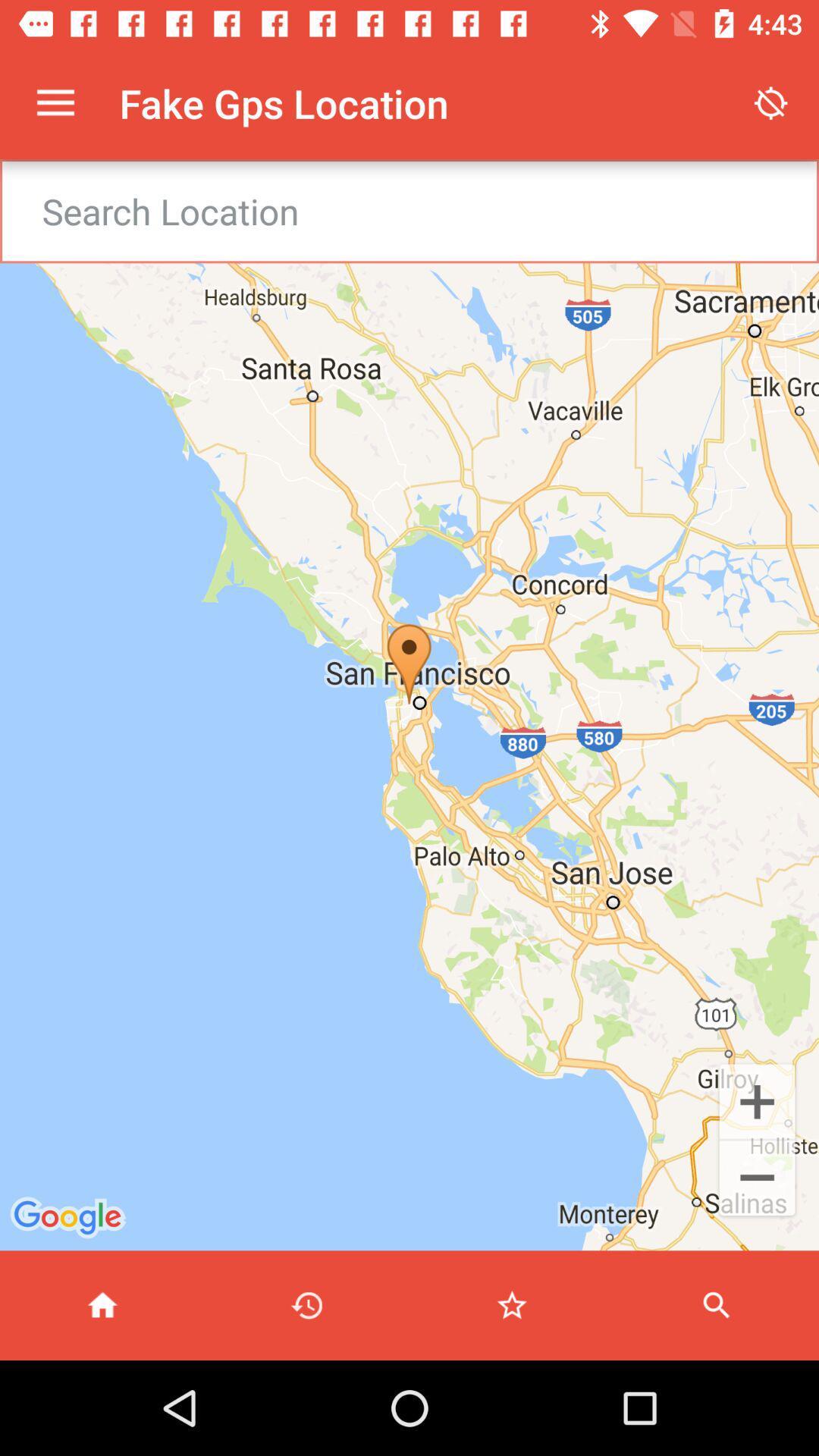 The width and height of the screenshot is (819, 1456). Describe the element at coordinates (717, 1304) in the screenshot. I see `search map` at that location.